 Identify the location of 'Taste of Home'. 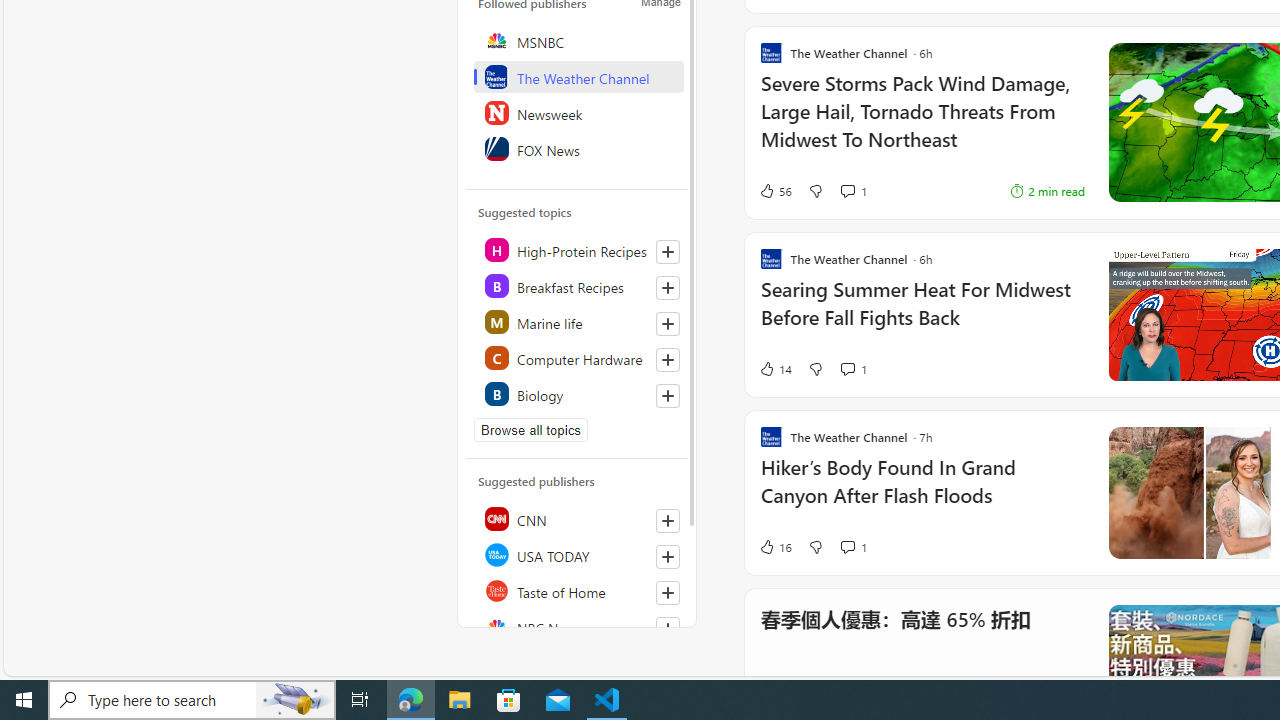
(577, 590).